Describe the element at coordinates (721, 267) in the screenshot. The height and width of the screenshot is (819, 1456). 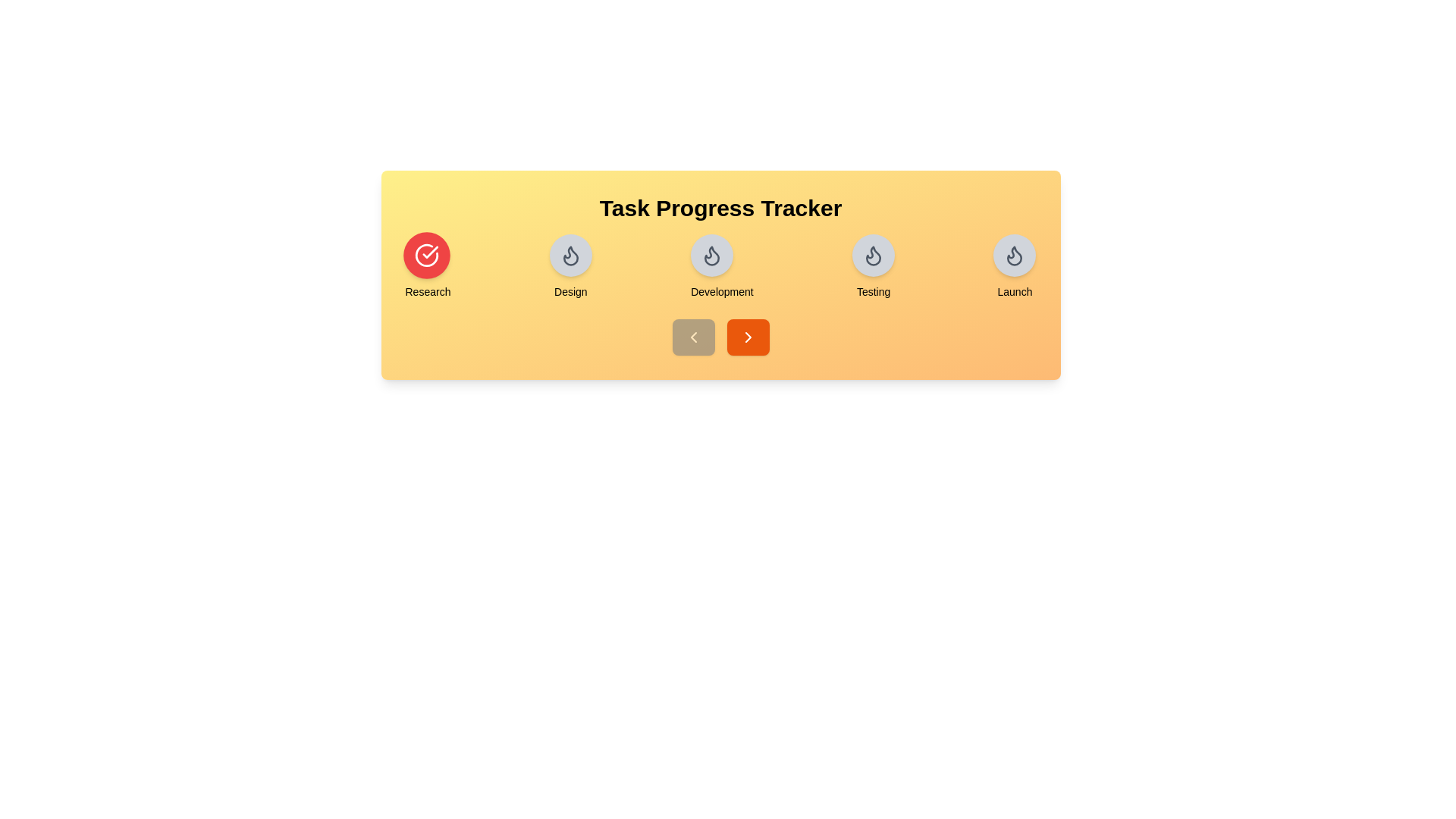
I see `the circular flame icon labeled 'Development'` at that location.